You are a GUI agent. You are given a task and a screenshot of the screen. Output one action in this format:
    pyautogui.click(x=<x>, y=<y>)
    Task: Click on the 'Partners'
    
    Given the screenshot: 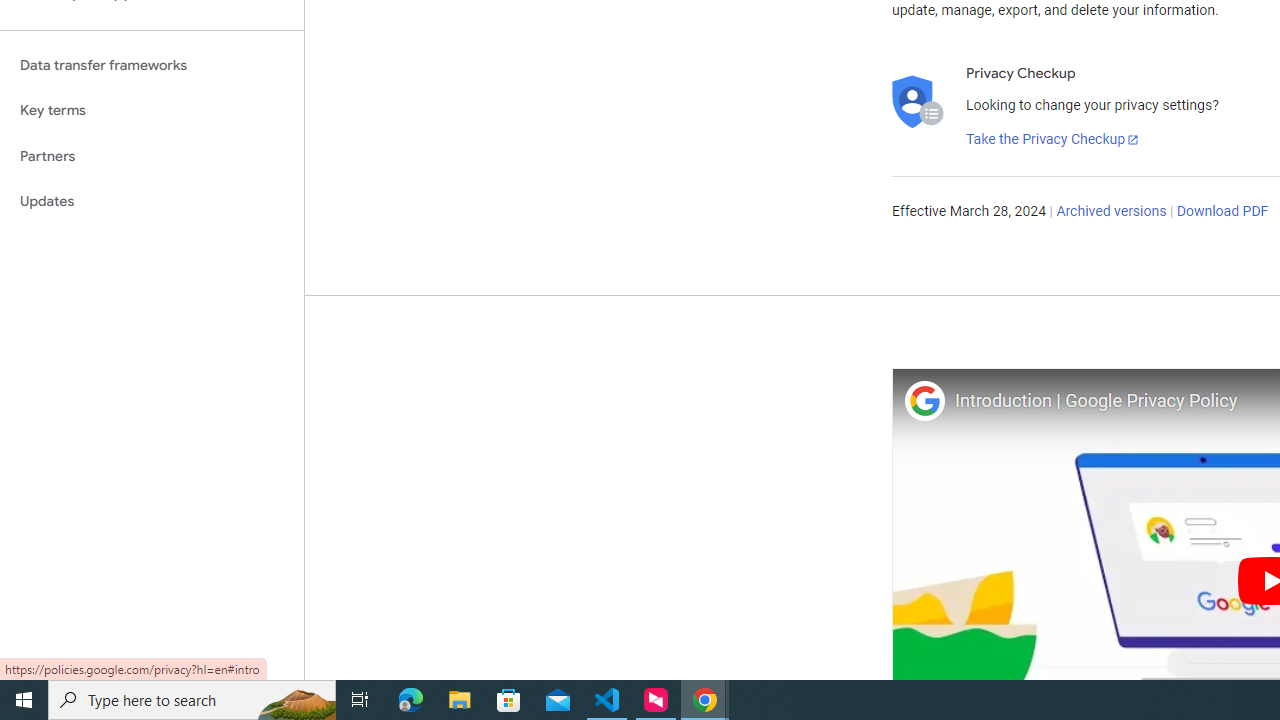 What is the action you would take?
    pyautogui.click(x=151, y=155)
    